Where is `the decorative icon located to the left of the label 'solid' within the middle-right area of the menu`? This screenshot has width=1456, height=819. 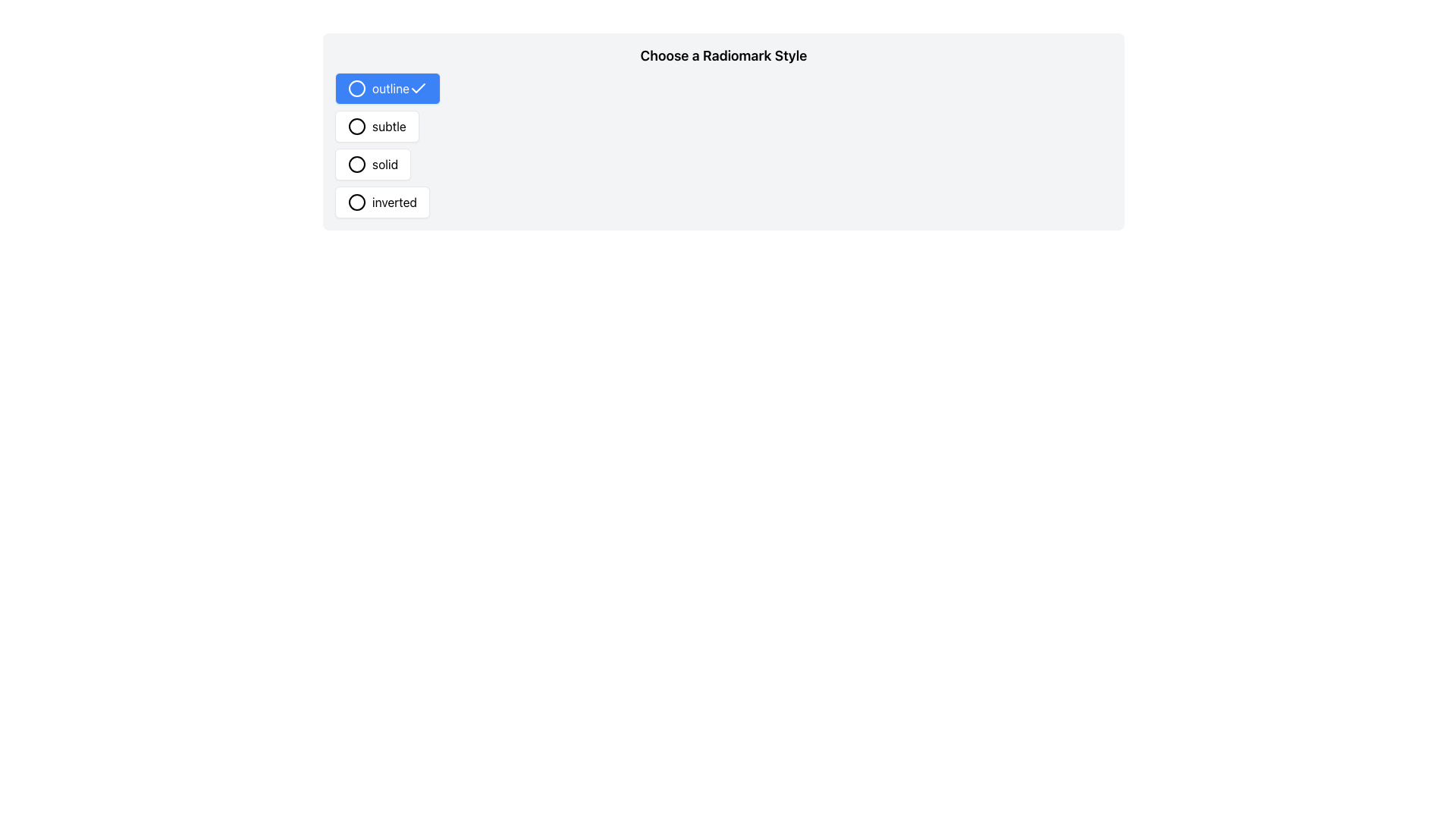
the decorative icon located to the left of the label 'solid' within the middle-right area of the menu is located at coordinates (356, 164).